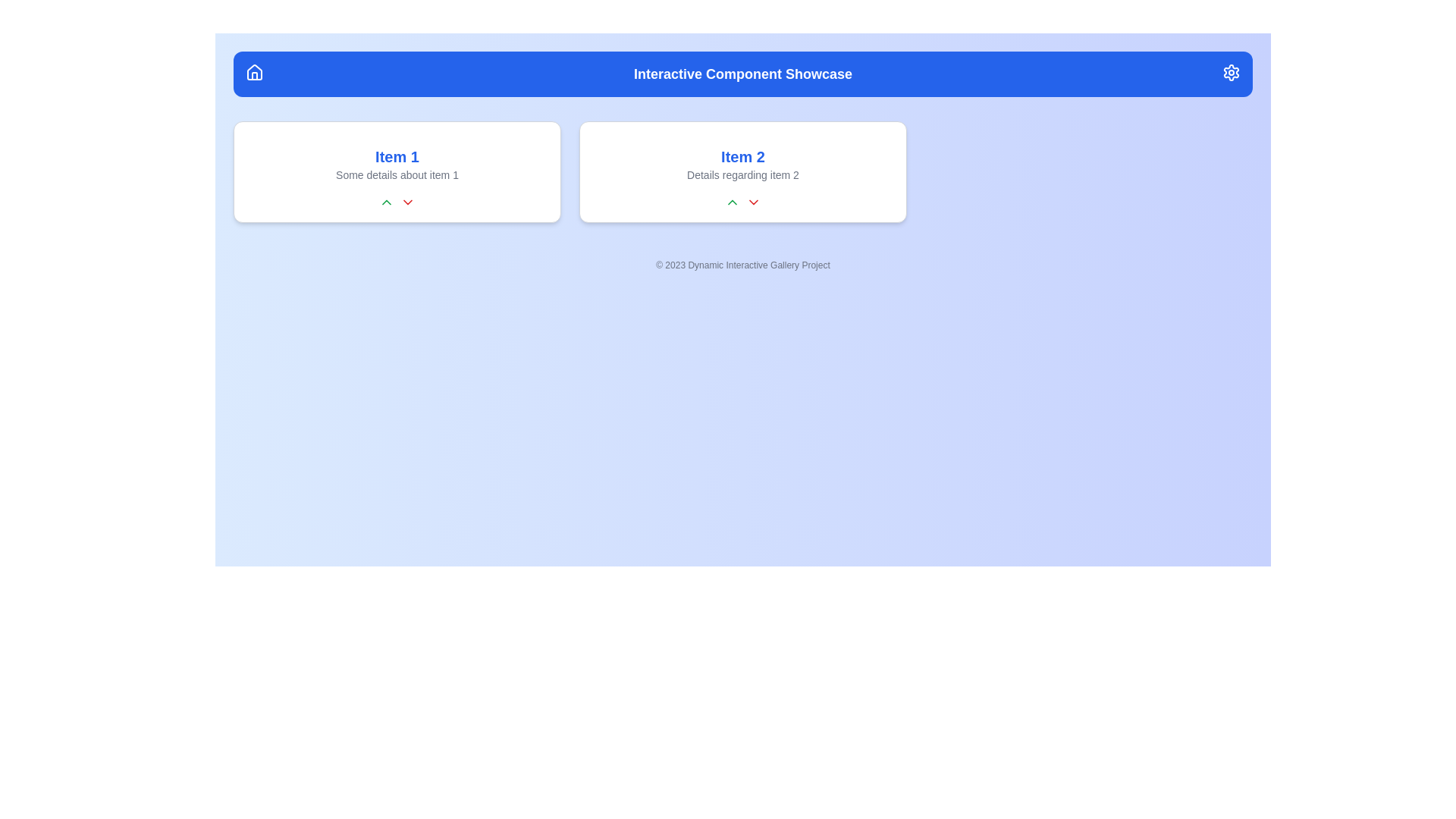 The image size is (1456, 819). What do you see at coordinates (397, 201) in the screenshot?
I see `the horizontal button group with up and down arrows for Item 1` at bounding box center [397, 201].